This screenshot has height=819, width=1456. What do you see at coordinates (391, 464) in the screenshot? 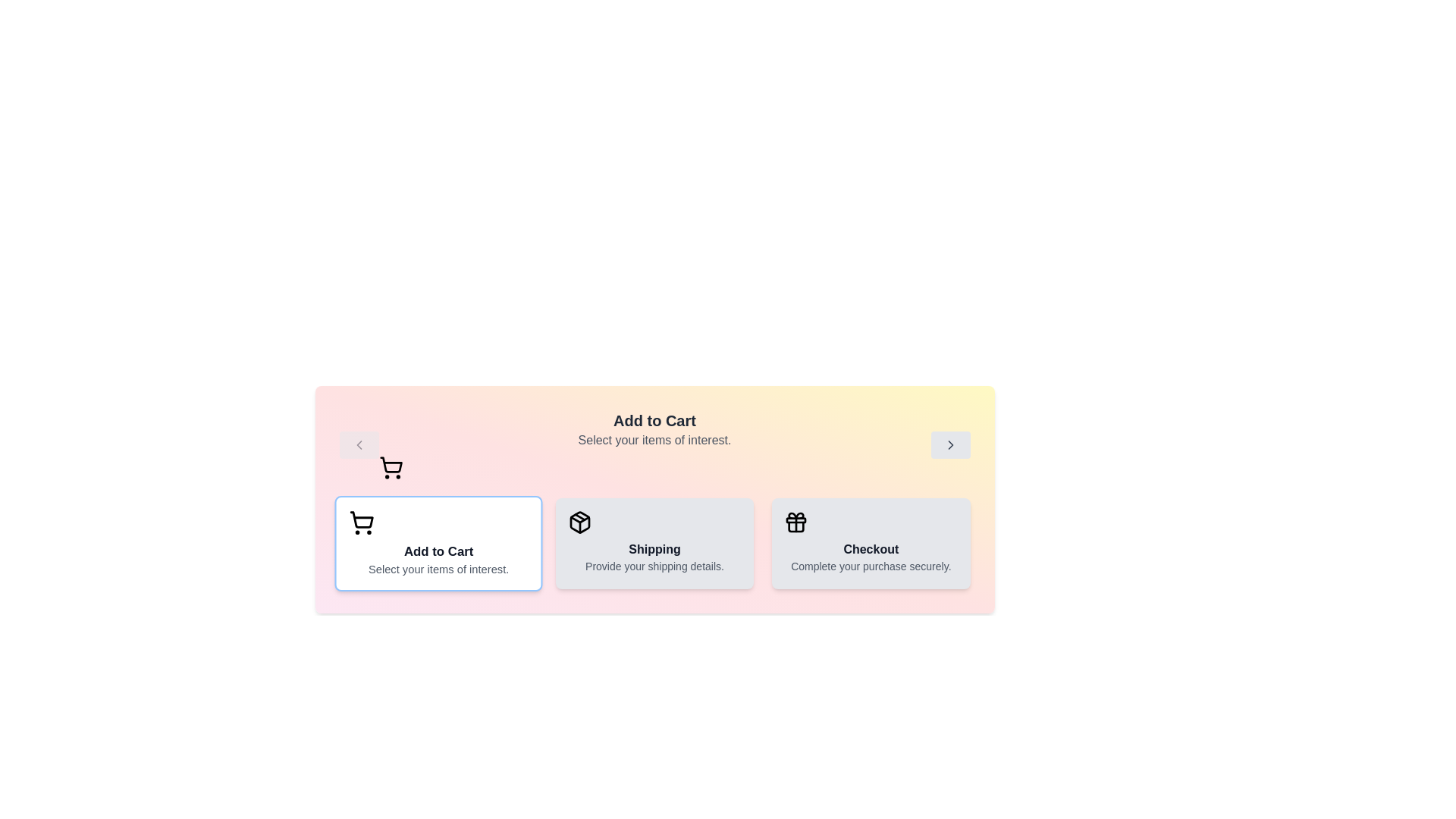
I see `the shopping cart icon, which is an SVG graphic depicted in line art styling, located near the top-left corner of a pastel-colored interface` at bounding box center [391, 464].